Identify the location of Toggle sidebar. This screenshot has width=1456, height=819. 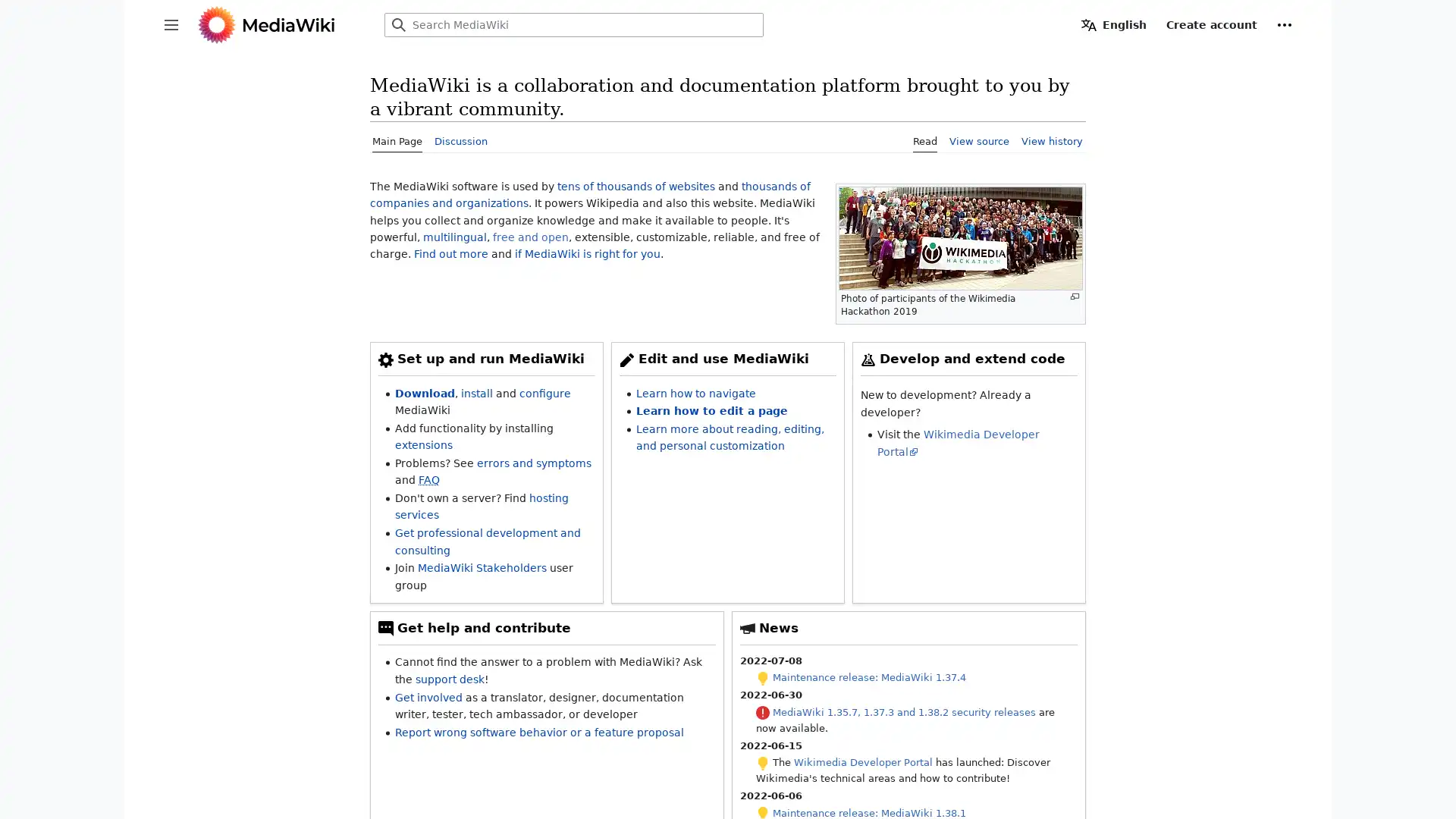
(171, 25).